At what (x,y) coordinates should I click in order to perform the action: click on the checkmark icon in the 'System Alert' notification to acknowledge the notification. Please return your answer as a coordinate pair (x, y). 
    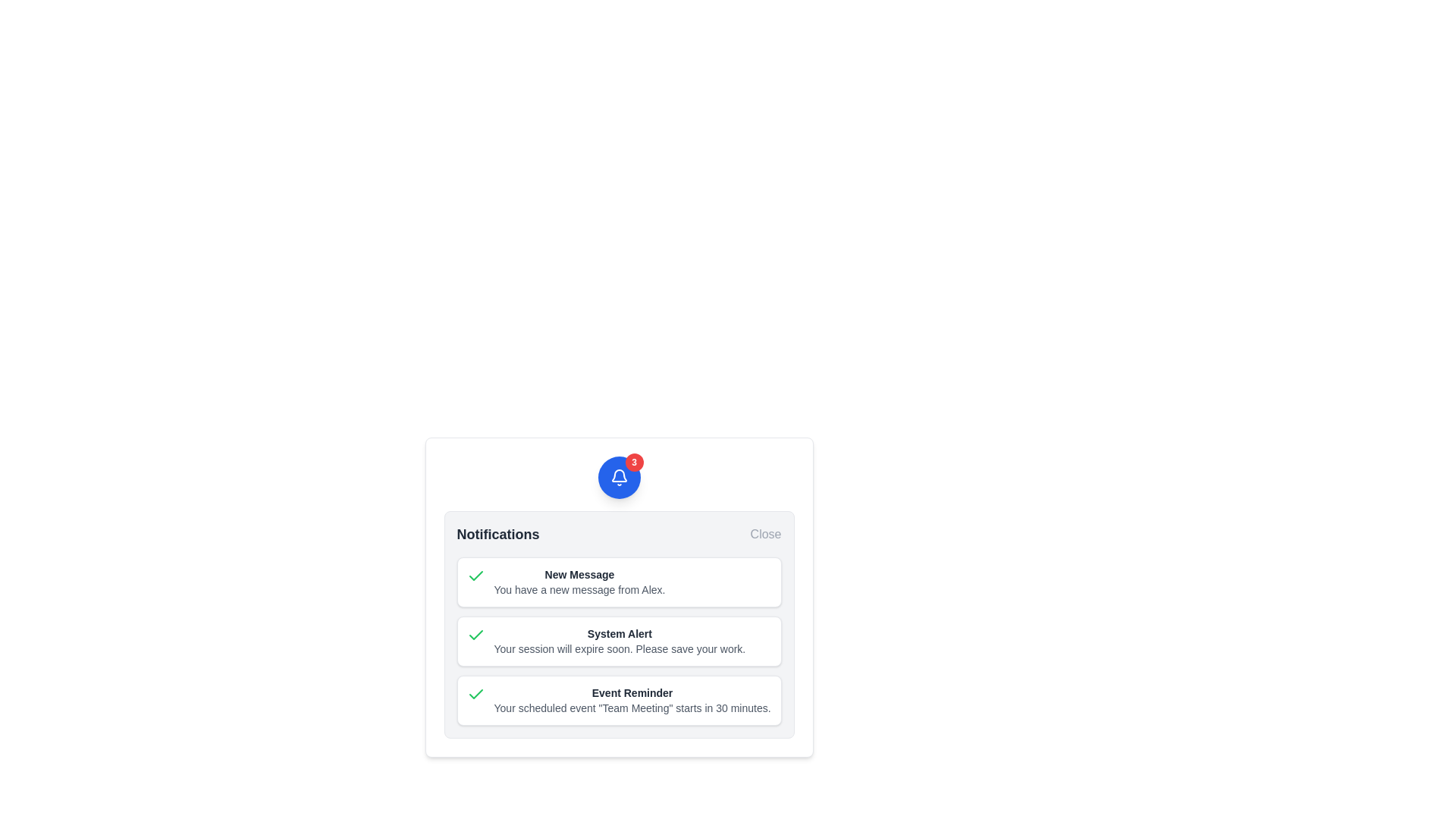
    Looking at the image, I should click on (475, 635).